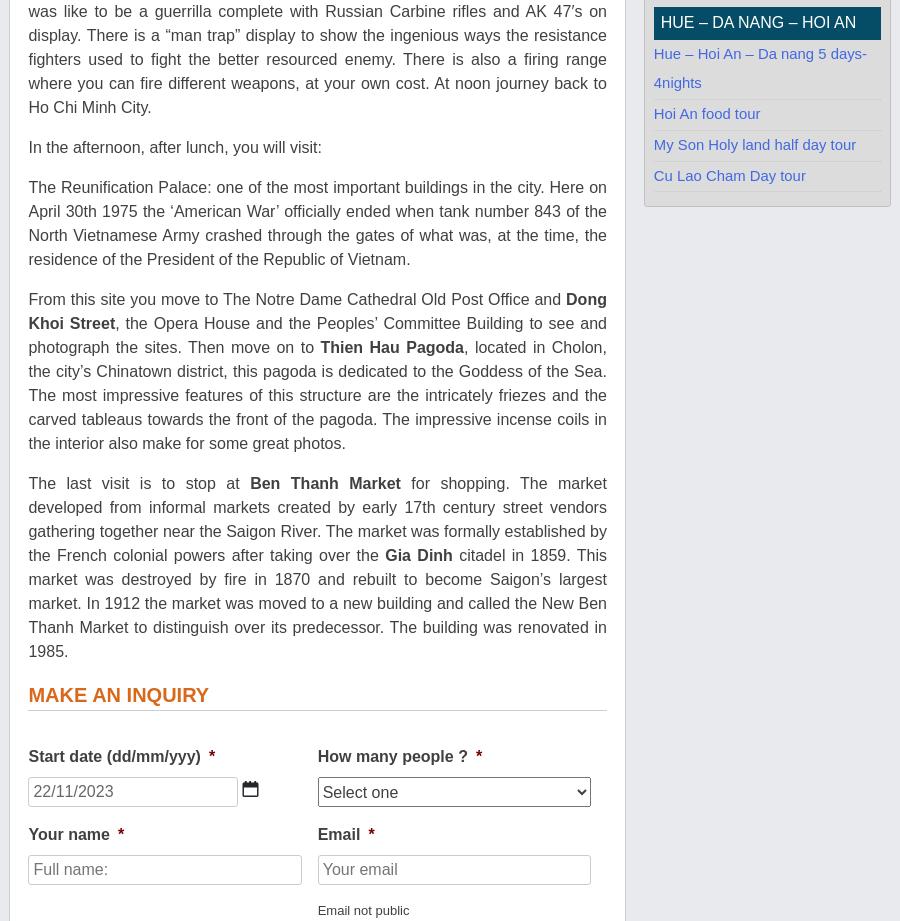 The width and height of the screenshot is (900, 921). What do you see at coordinates (138, 482) in the screenshot?
I see `'The last visit is to stop at'` at bounding box center [138, 482].